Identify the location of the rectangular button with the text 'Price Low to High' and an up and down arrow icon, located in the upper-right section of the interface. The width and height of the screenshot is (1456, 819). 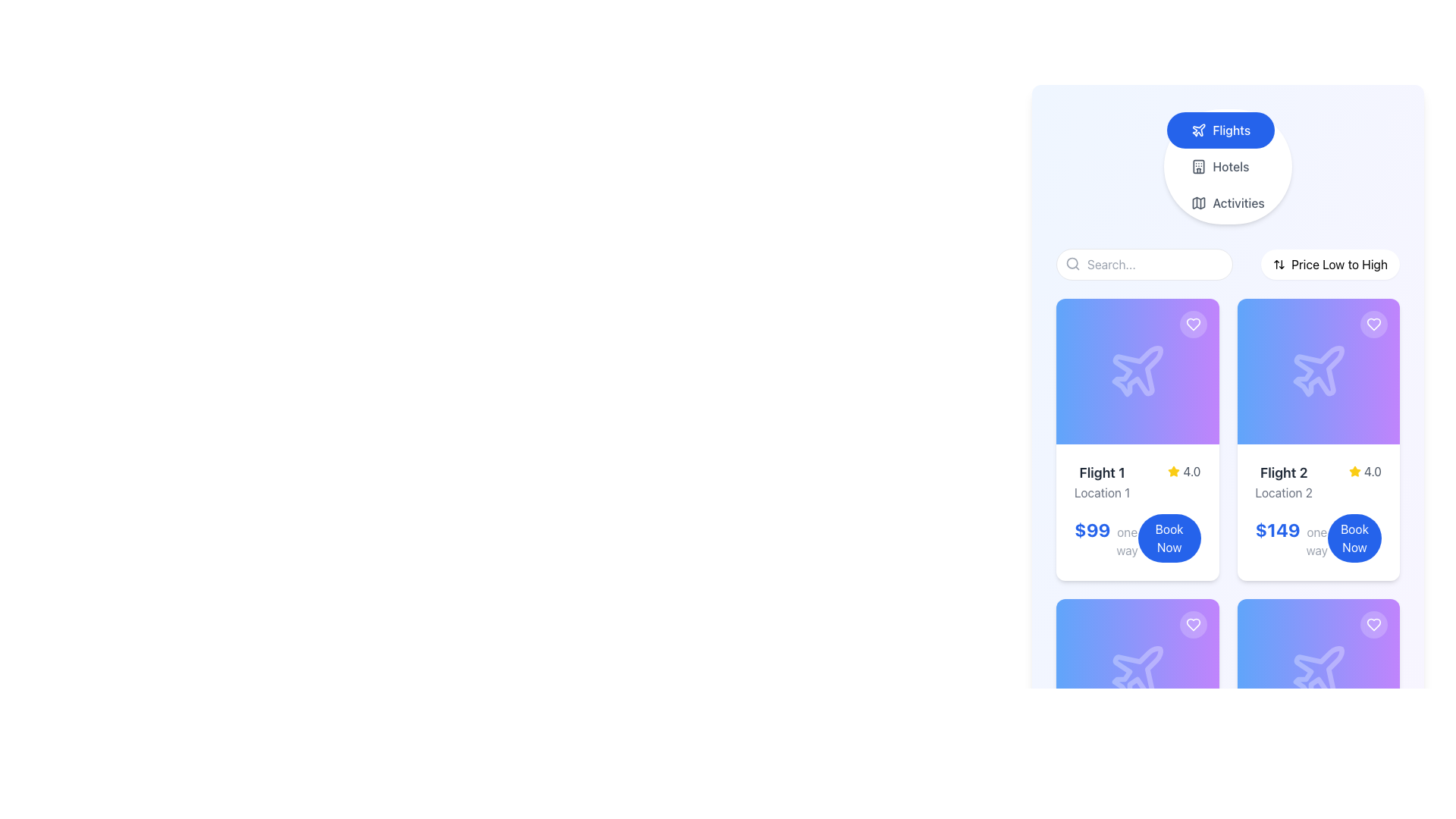
(1329, 263).